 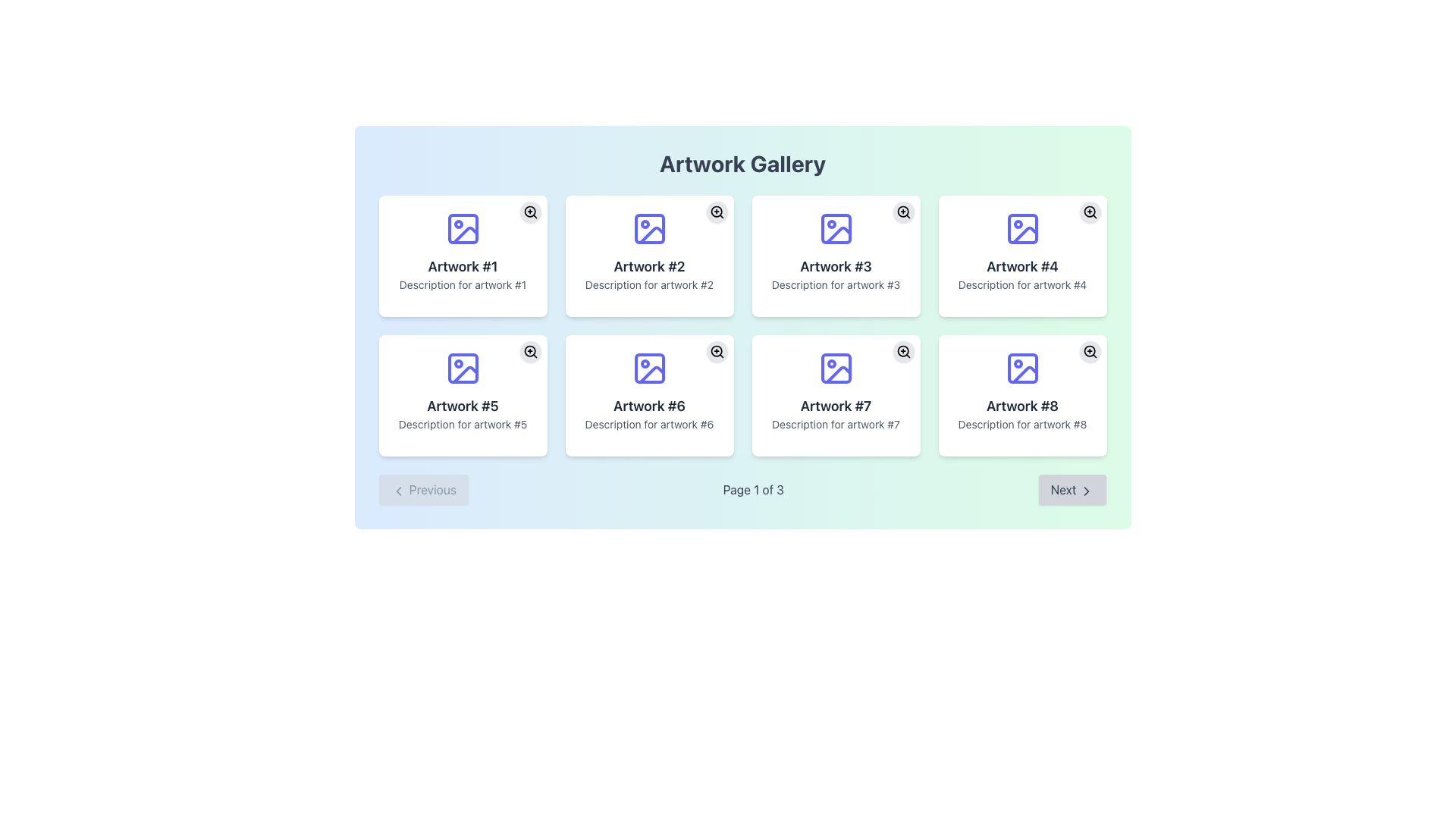 What do you see at coordinates (462, 406) in the screenshot?
I see `the text label for 'Artwork #5' located at the bottom-left of the gallery grid` at bounding box center [462, 406].